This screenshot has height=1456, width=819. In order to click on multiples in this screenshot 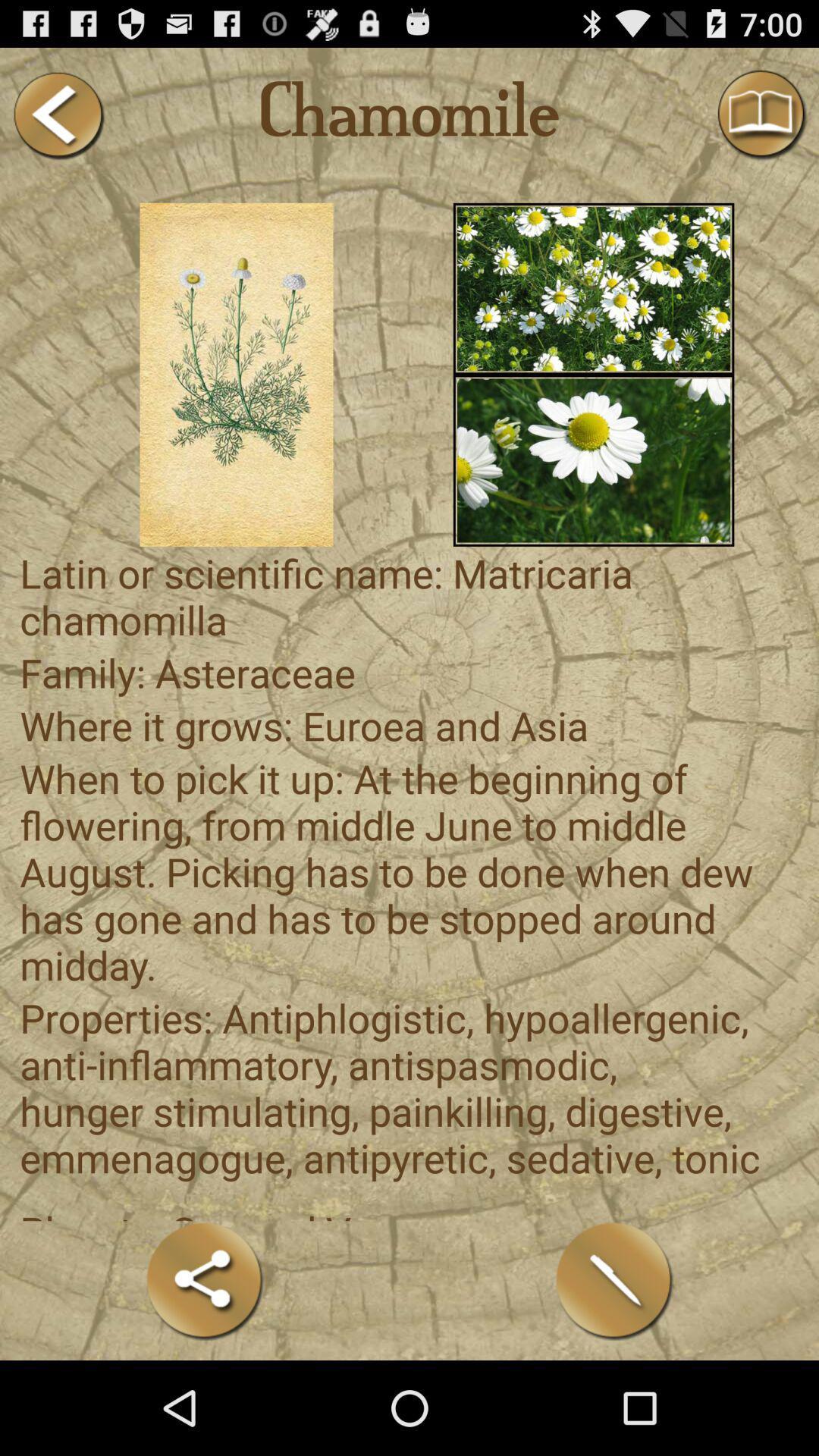, I will do `click(593, 288)`.